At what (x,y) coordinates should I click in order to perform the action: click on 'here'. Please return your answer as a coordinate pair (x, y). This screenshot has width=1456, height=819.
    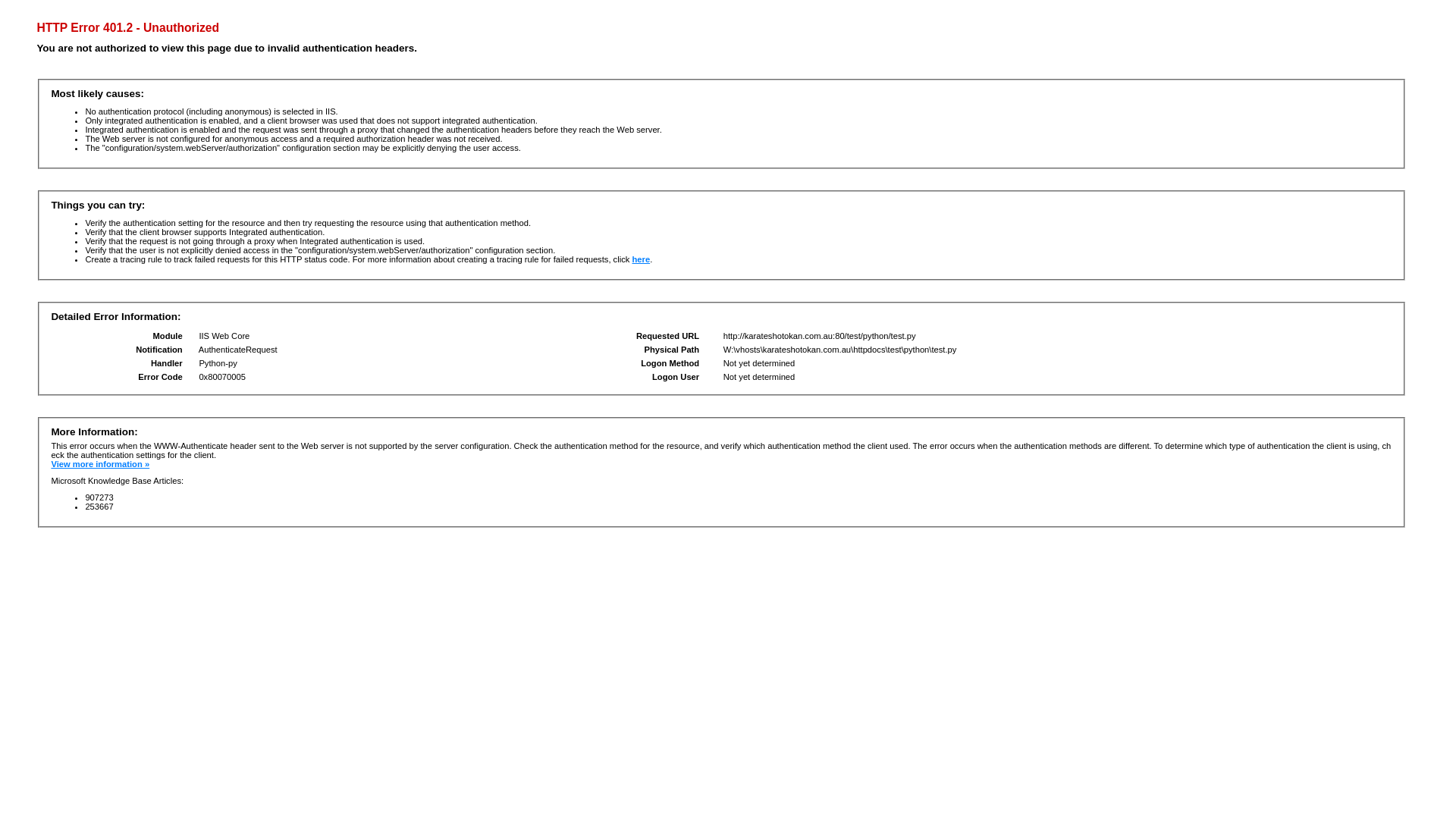
    Looking at the image, I should click on (640, 259).